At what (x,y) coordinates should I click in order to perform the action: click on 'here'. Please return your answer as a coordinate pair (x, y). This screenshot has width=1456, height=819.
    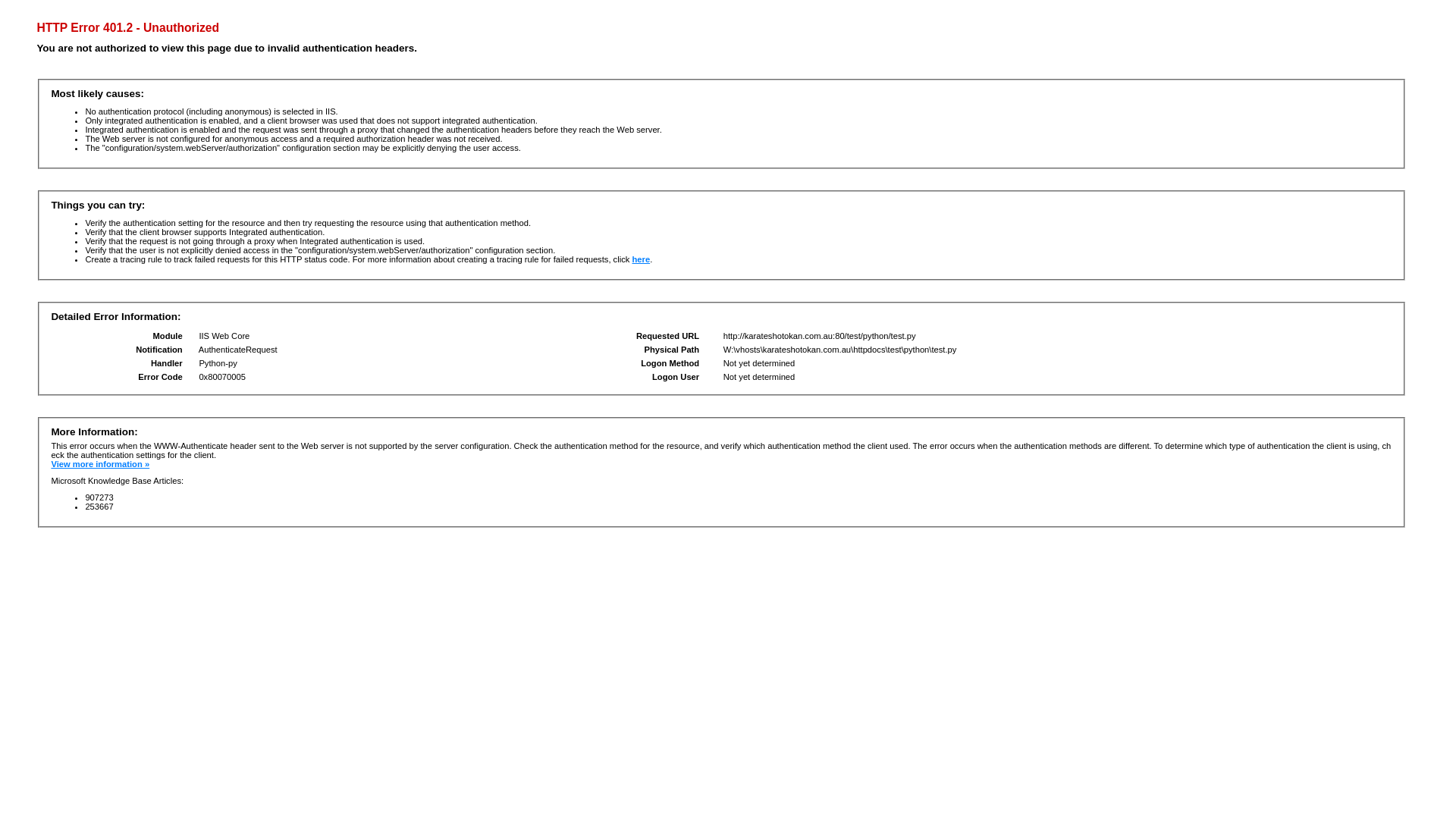
    Looking at the image, I should click on (640, 259).